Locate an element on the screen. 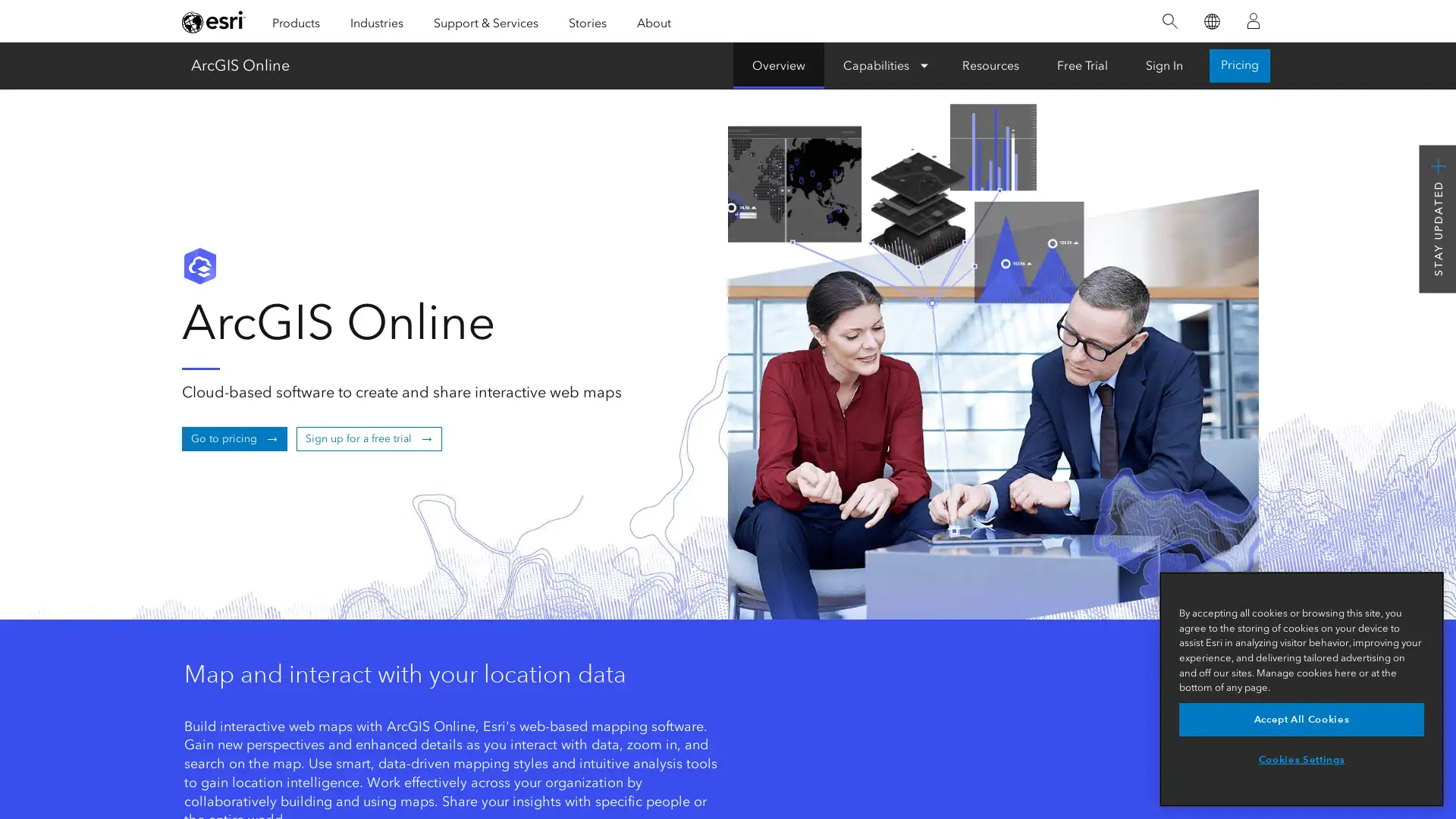 The image size is (1456, 819). Capabilities is located at coordinates (883, 64).